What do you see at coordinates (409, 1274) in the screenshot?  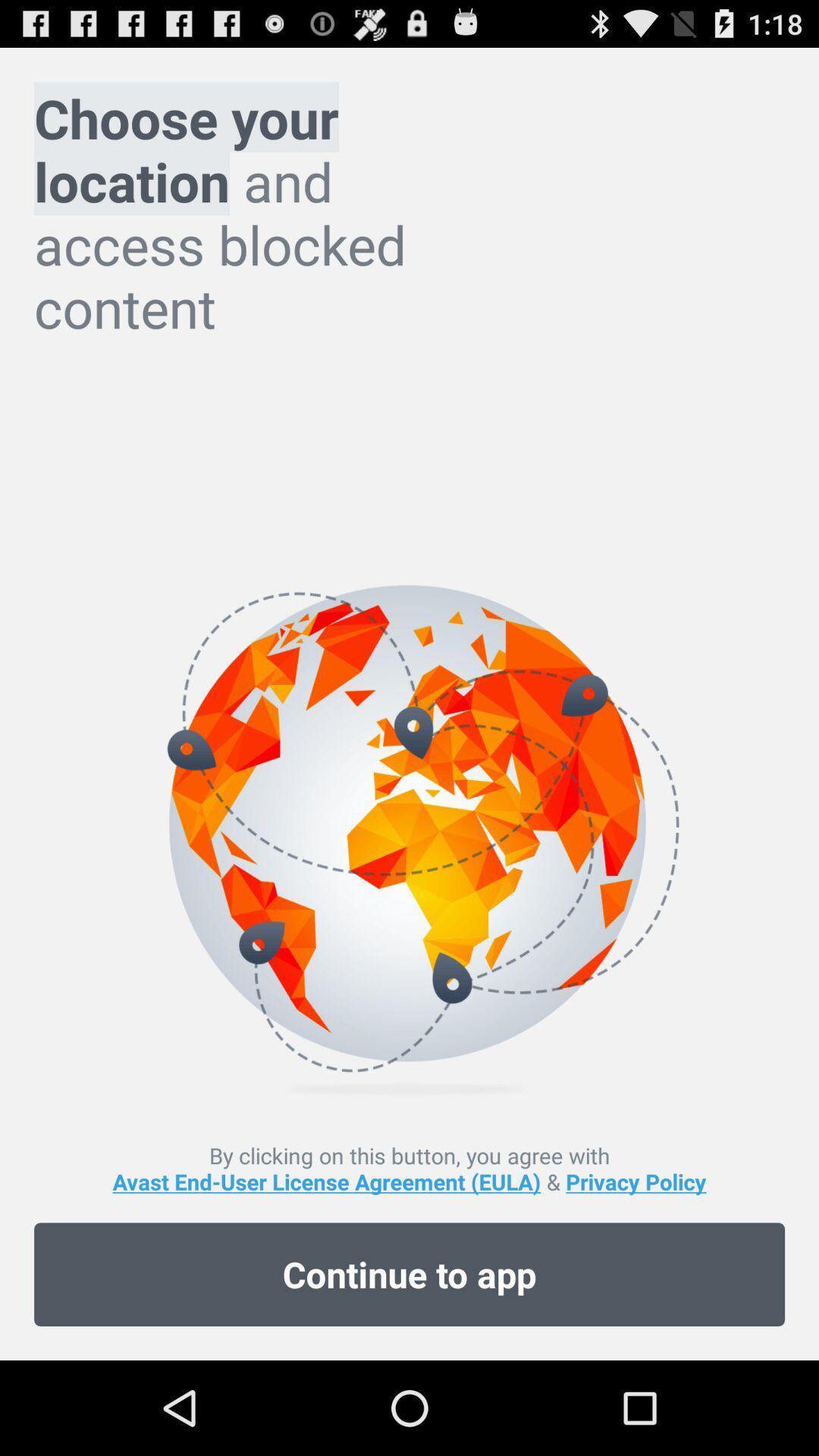 I see `continue to app item` at bounding box center [409, 1274].